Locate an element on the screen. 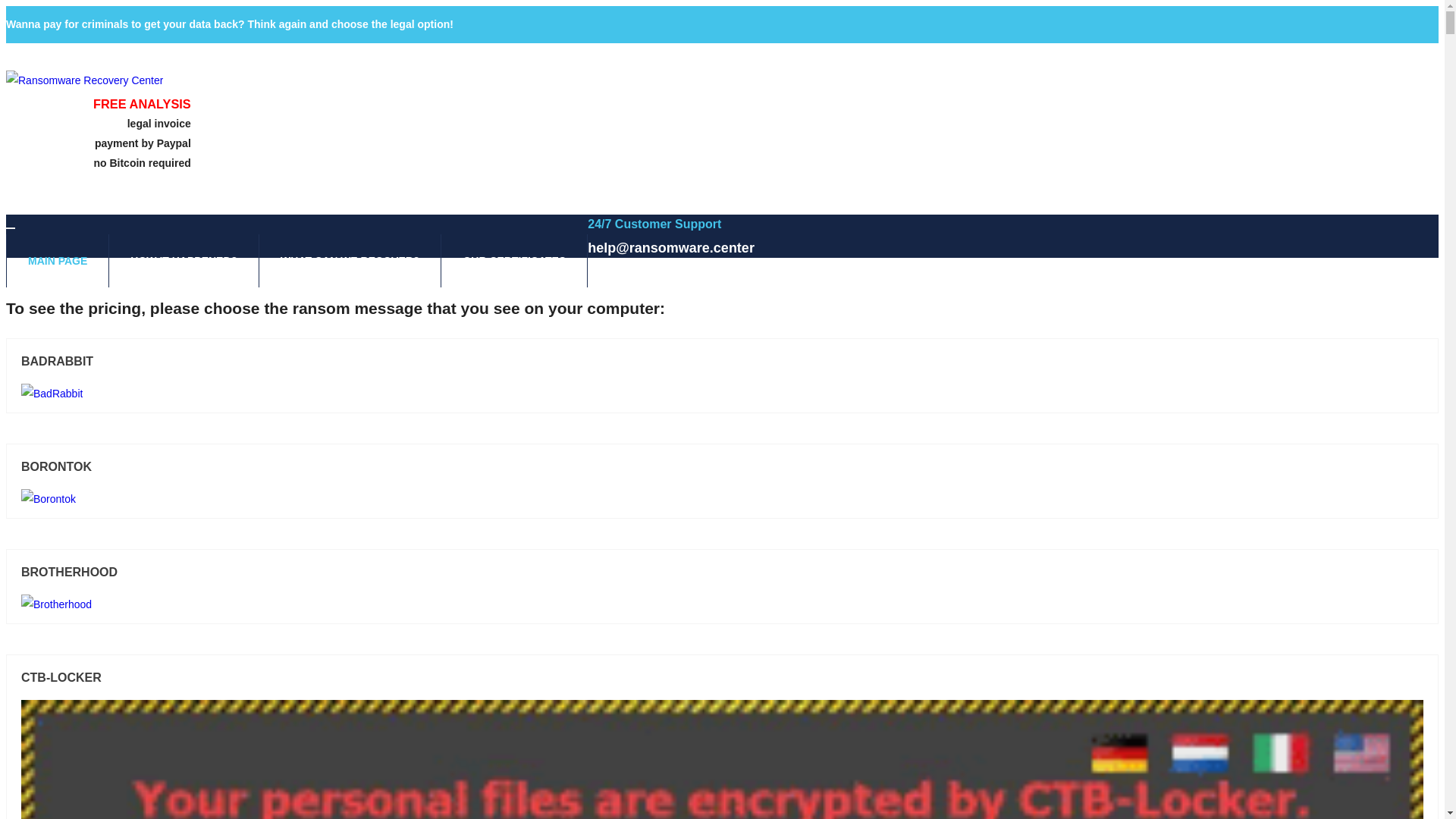  'BADRABBIT' is located at coordinates (21, 362).